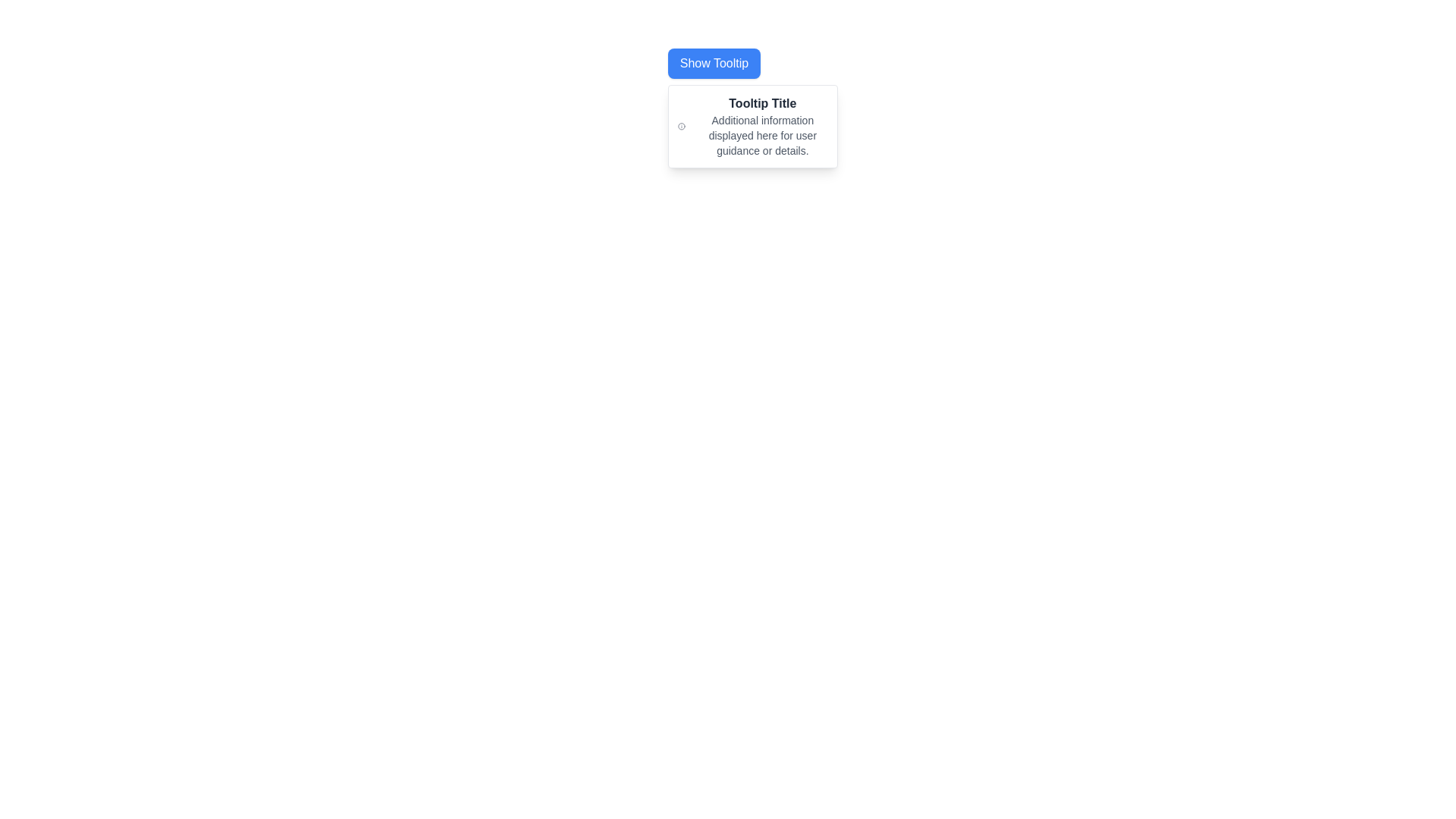 This screenshot has height=819, width=1456. Describe the element at coordinates (752, 125) in the screenshot. I see `tooltip content displayed below the 'Show Tooltip' button, which contains a title and supplementary information` at that location.